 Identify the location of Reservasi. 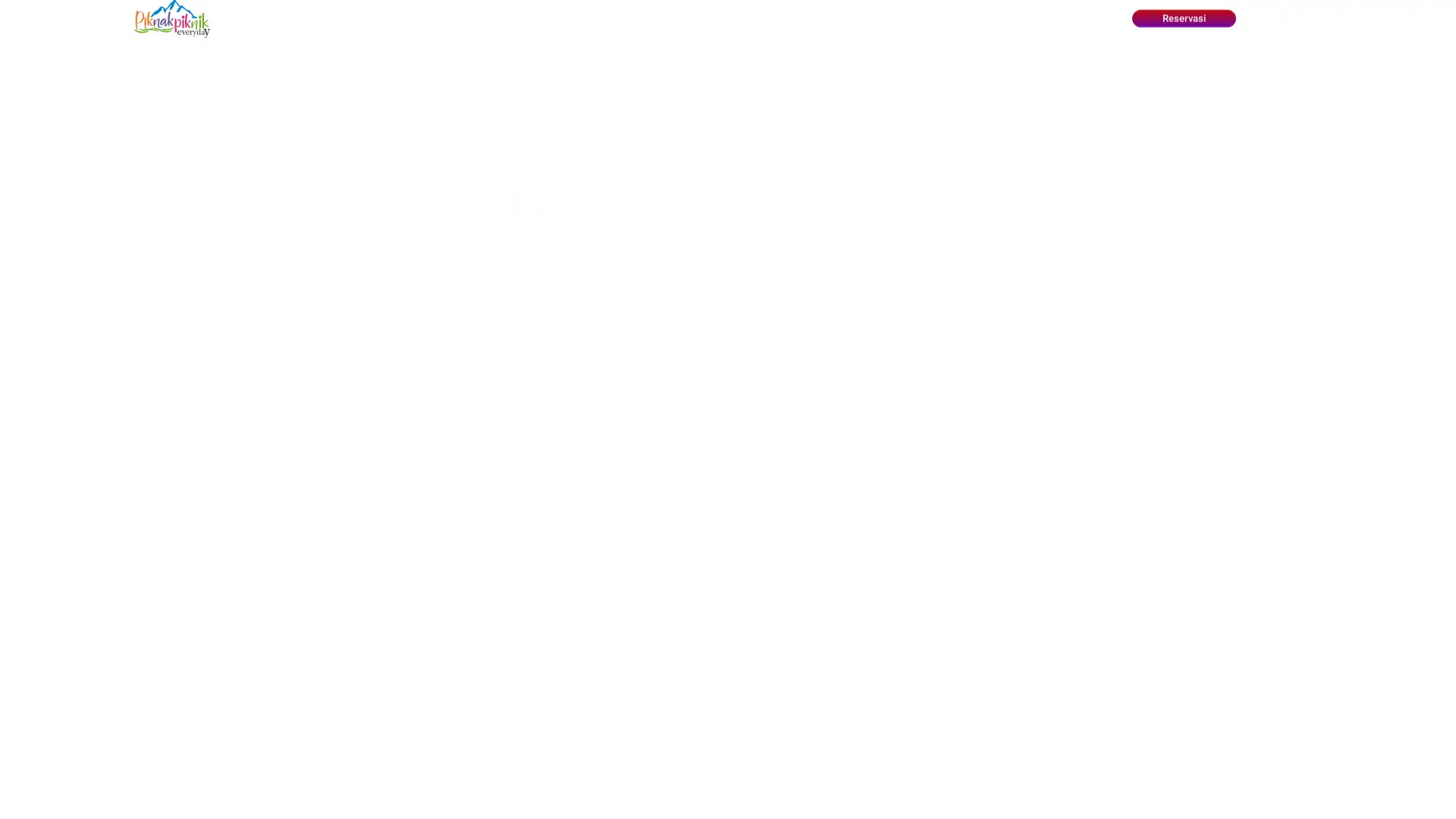
(1182, 18).